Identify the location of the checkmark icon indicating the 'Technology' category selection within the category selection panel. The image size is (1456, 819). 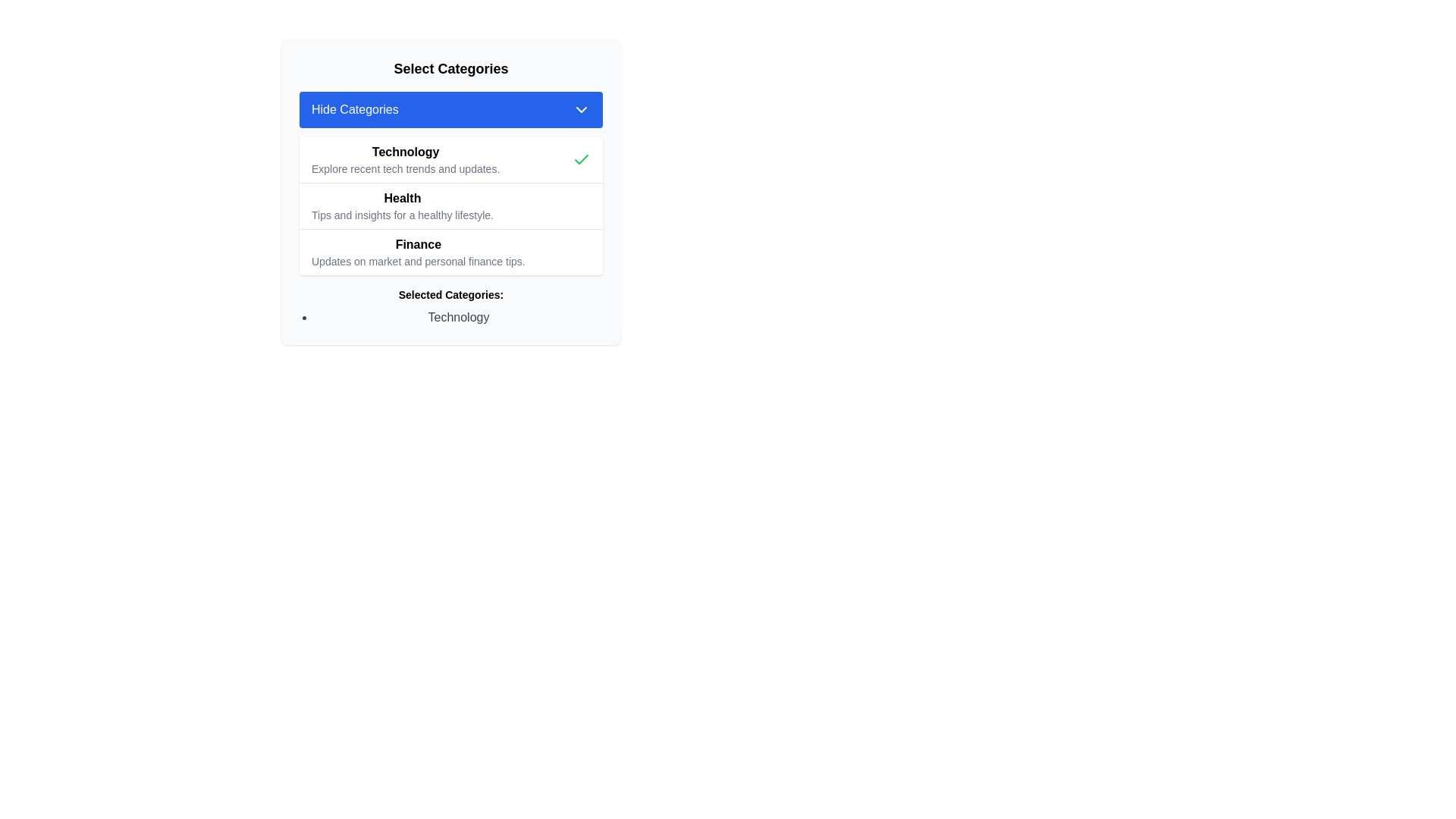
(581, 160).